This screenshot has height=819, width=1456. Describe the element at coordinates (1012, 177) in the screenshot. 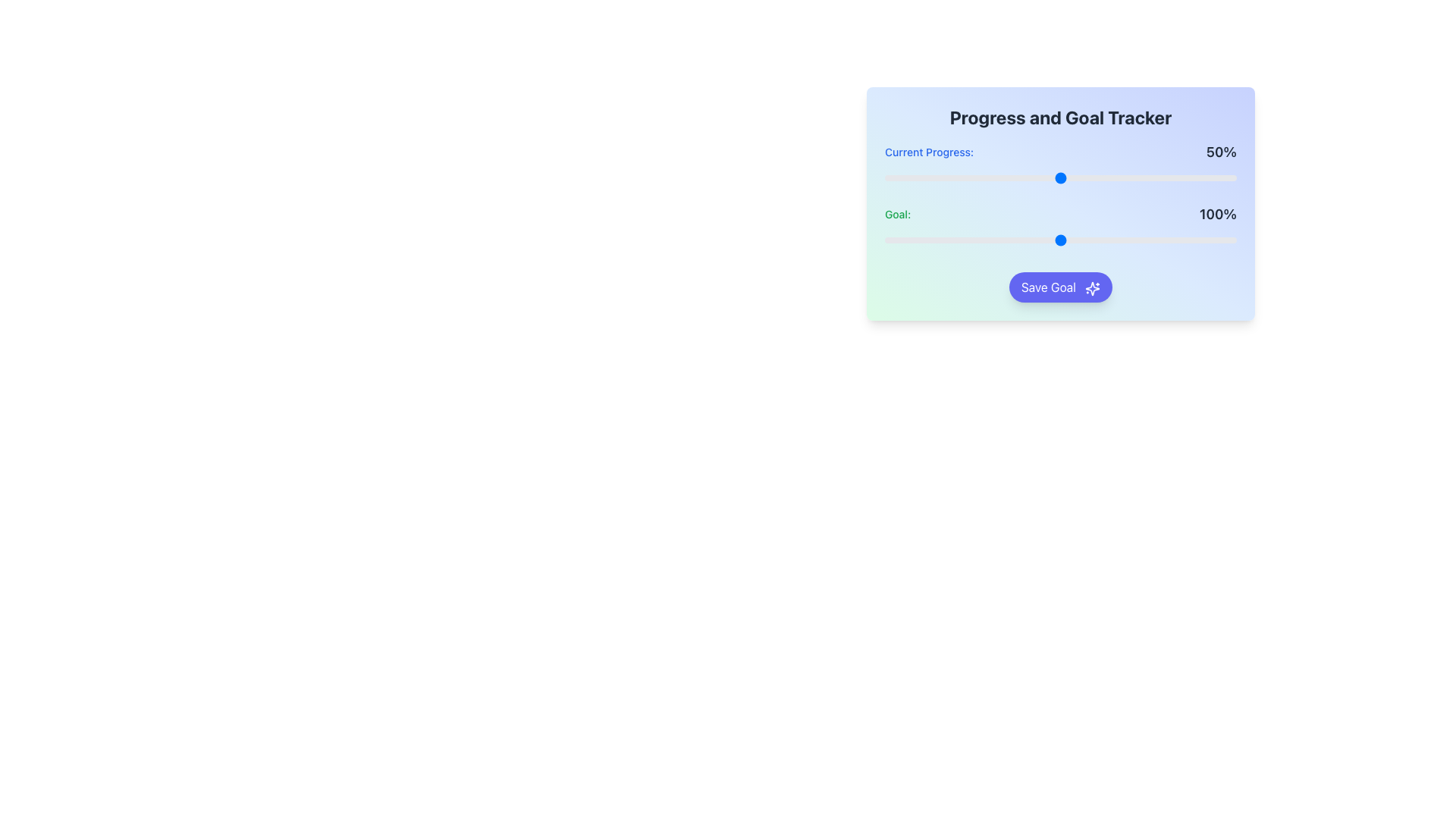

I see `the slider` at that location.